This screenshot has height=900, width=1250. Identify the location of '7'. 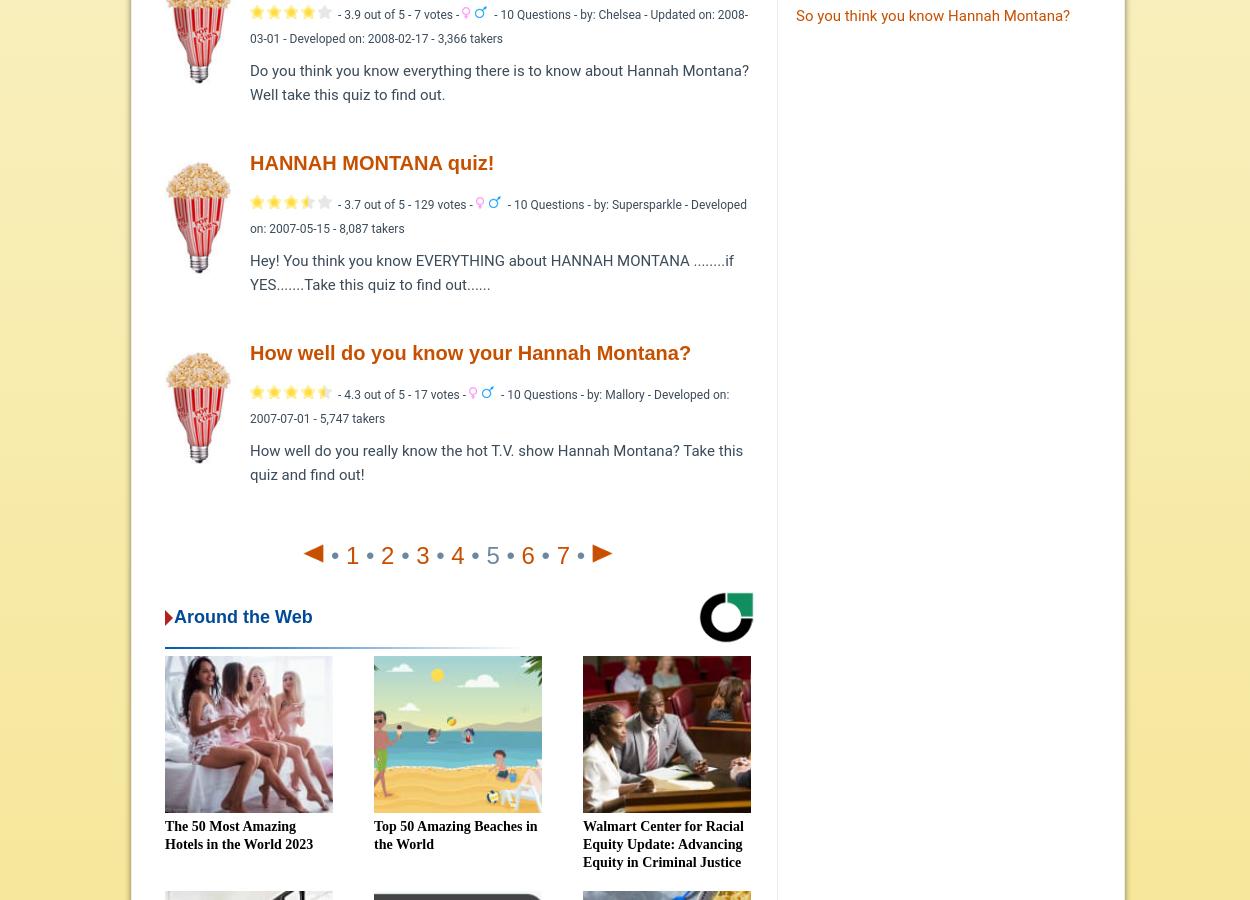
(562, 553).